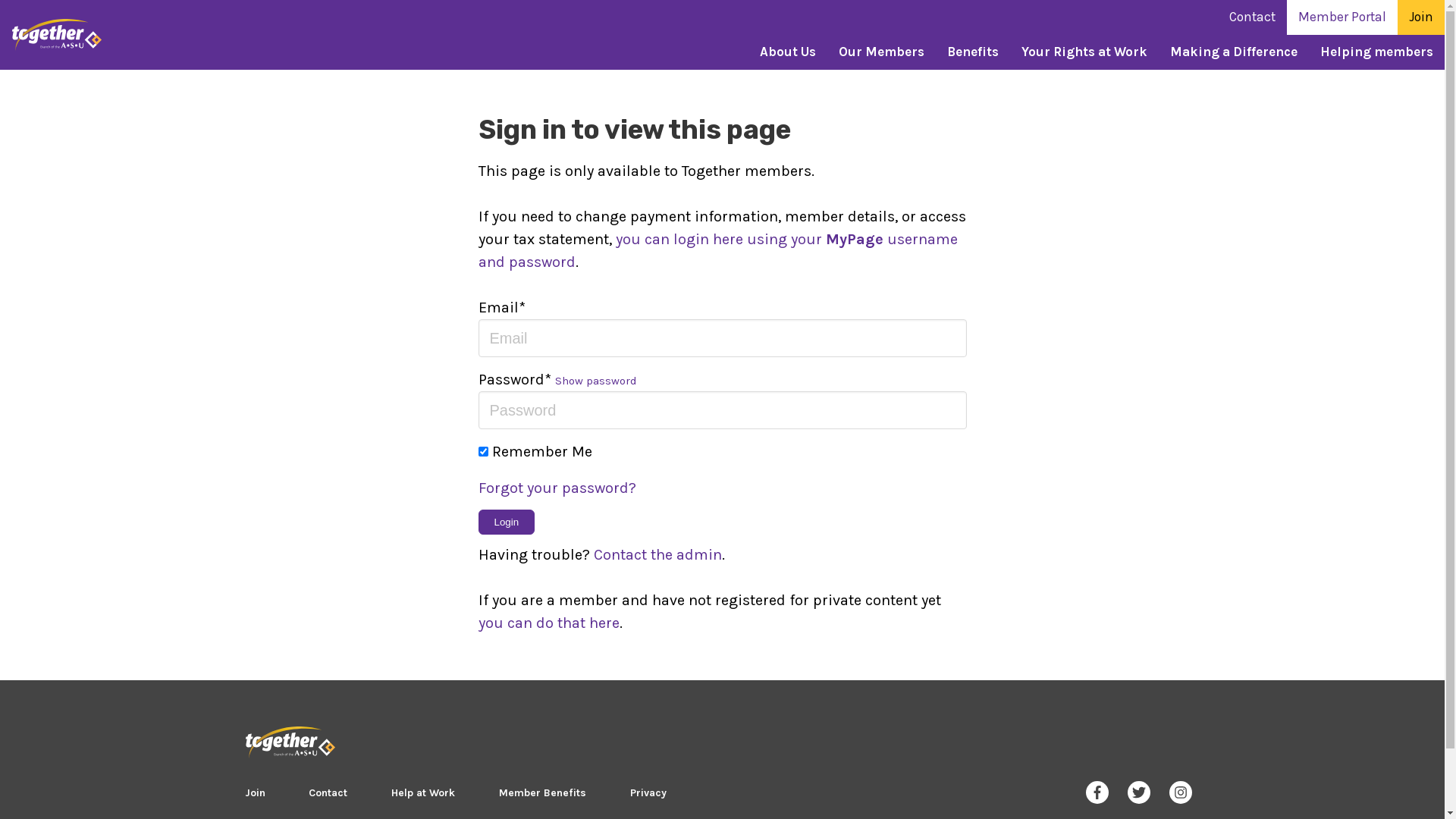 The width and height of the screenshot is (1456, 819). Describe the element at coordinates (290, 742) in the screenshot. I see `'Together branch of the ASU '` at that location.